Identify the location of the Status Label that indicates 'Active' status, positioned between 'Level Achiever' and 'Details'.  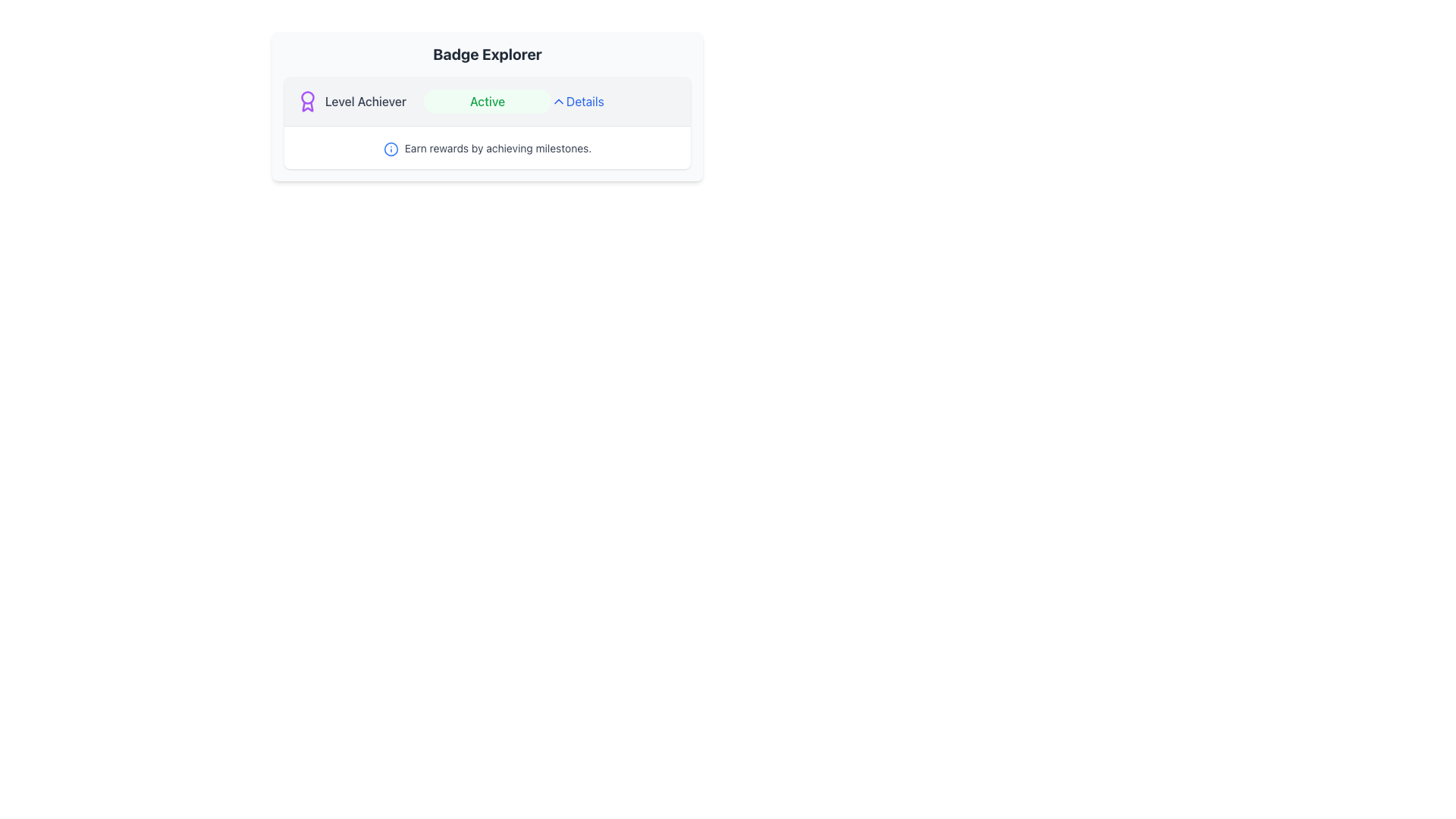
(488, 102).